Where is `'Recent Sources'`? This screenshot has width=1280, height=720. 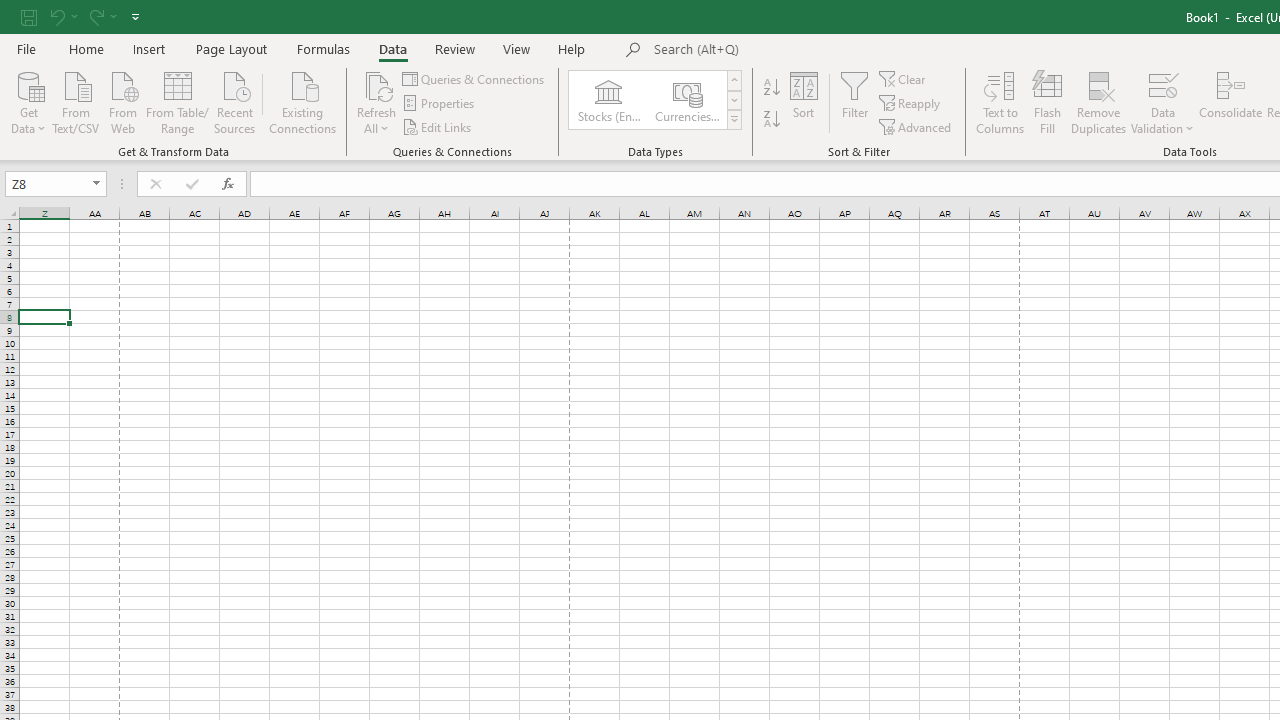
'Recent Sources' is located at coordinates (235, 101).